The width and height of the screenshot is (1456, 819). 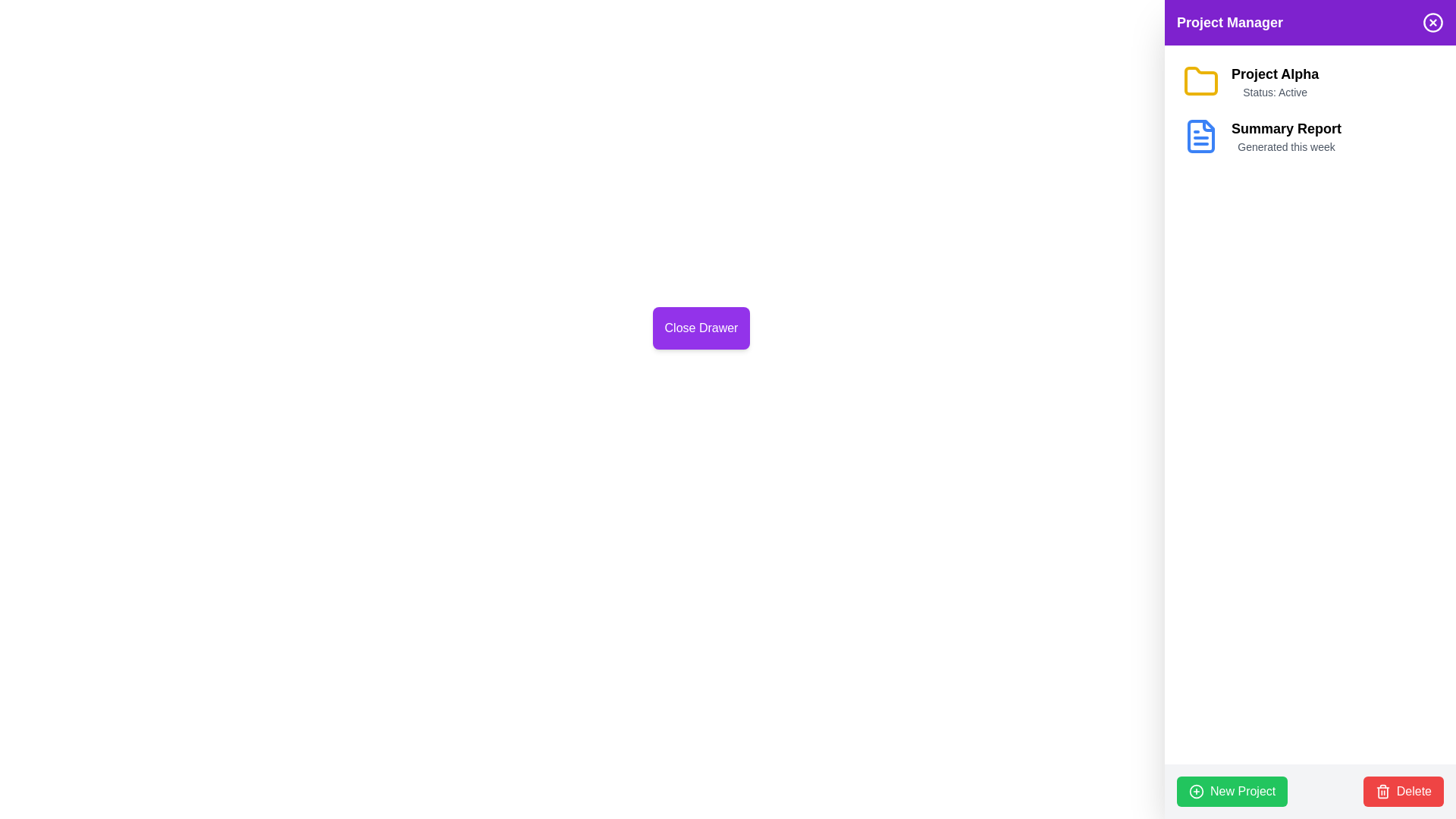 I want to click on the circular close button with a white 'X' symbol located at the top-right corner of the purple header bar labeled 'Project Manager', so click(x=1432, y=23).